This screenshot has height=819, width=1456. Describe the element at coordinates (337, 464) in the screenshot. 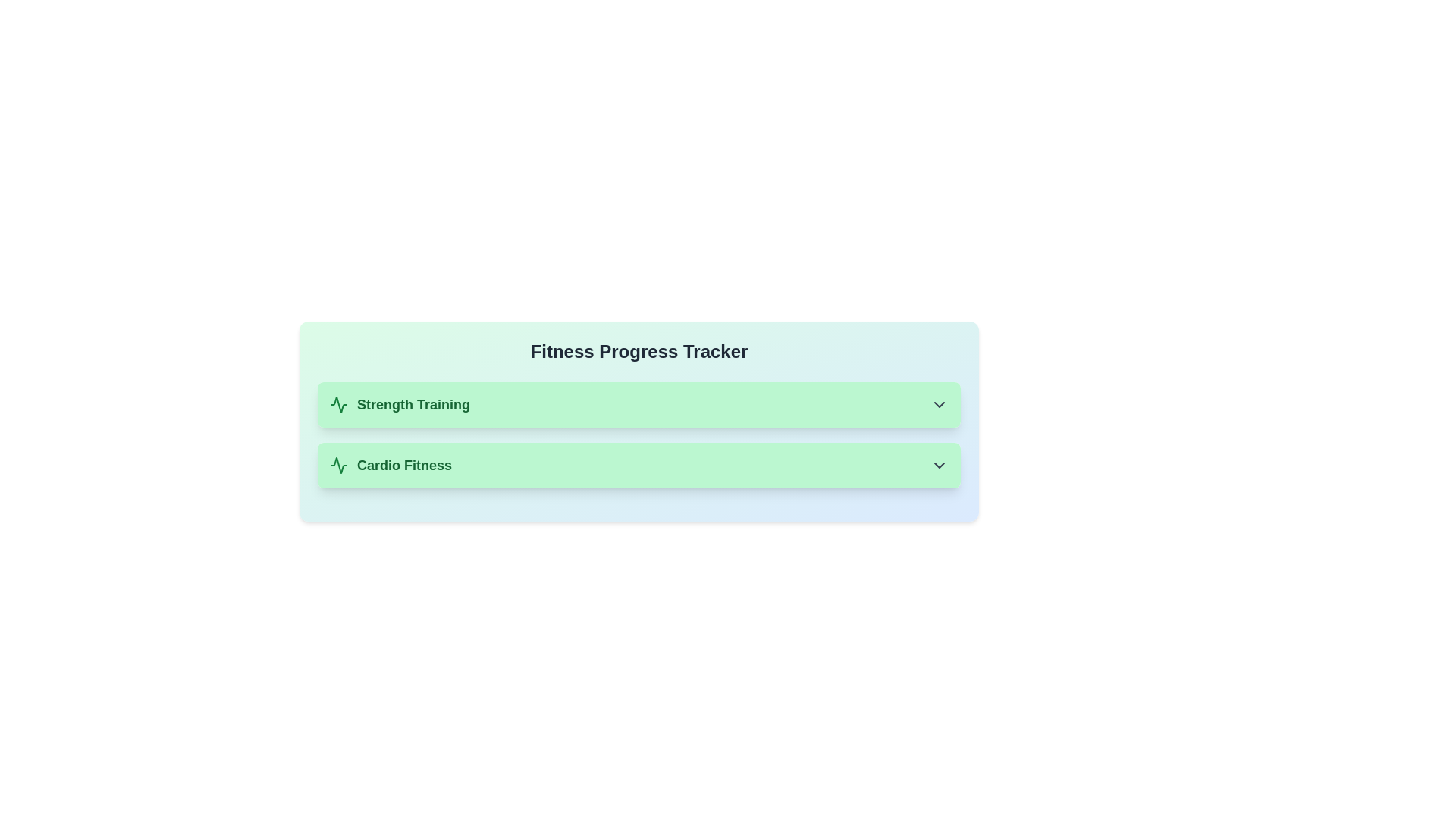

I see `the green pulse icon representing 'Cardio Fitness'` at that location.